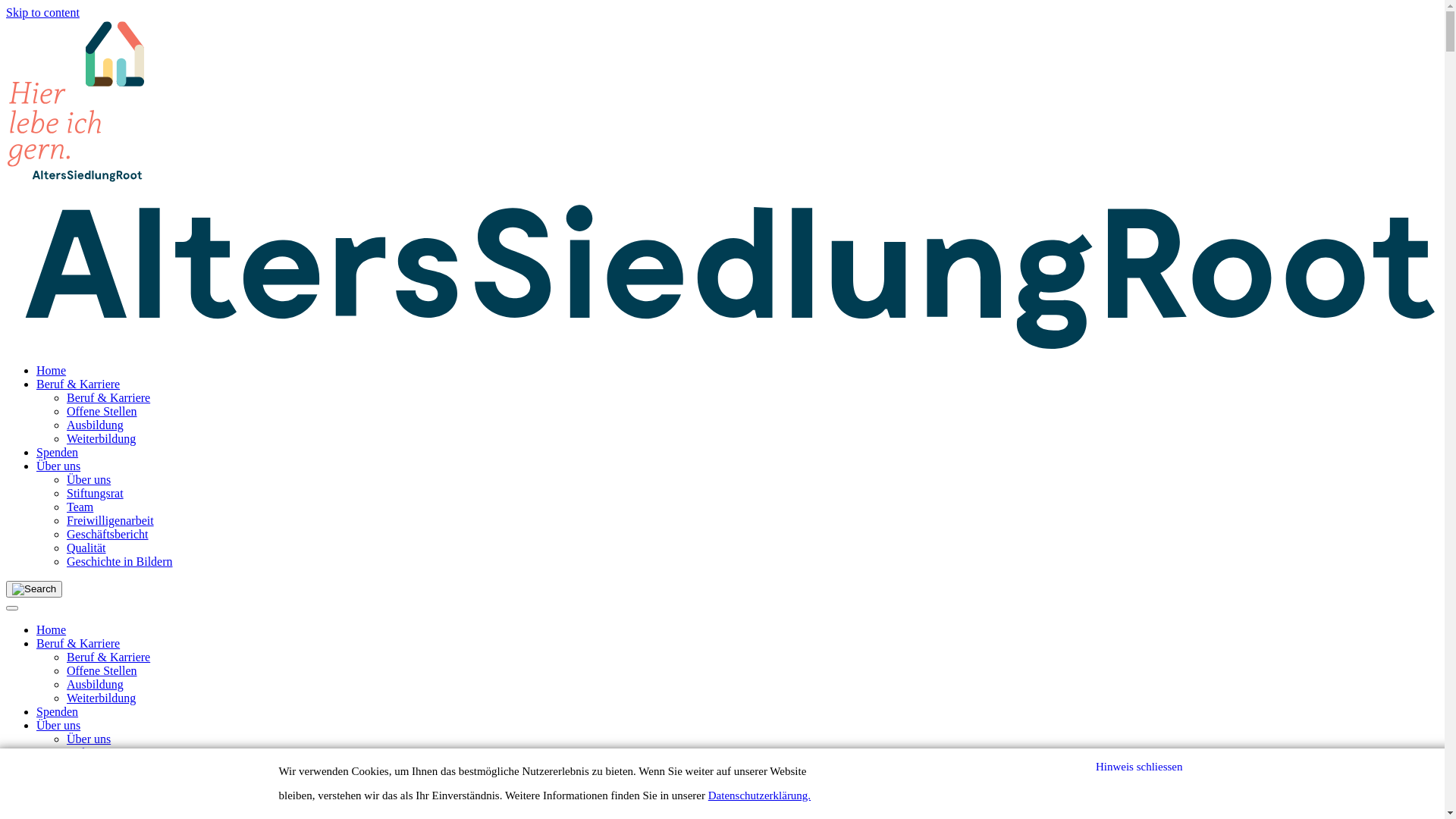 Image resolution: width=1456 pixels, height=819 pixels. Describe the element at coordinates (94, 493) in the screenshot. I see `'Stiftungsrat'` at that location.